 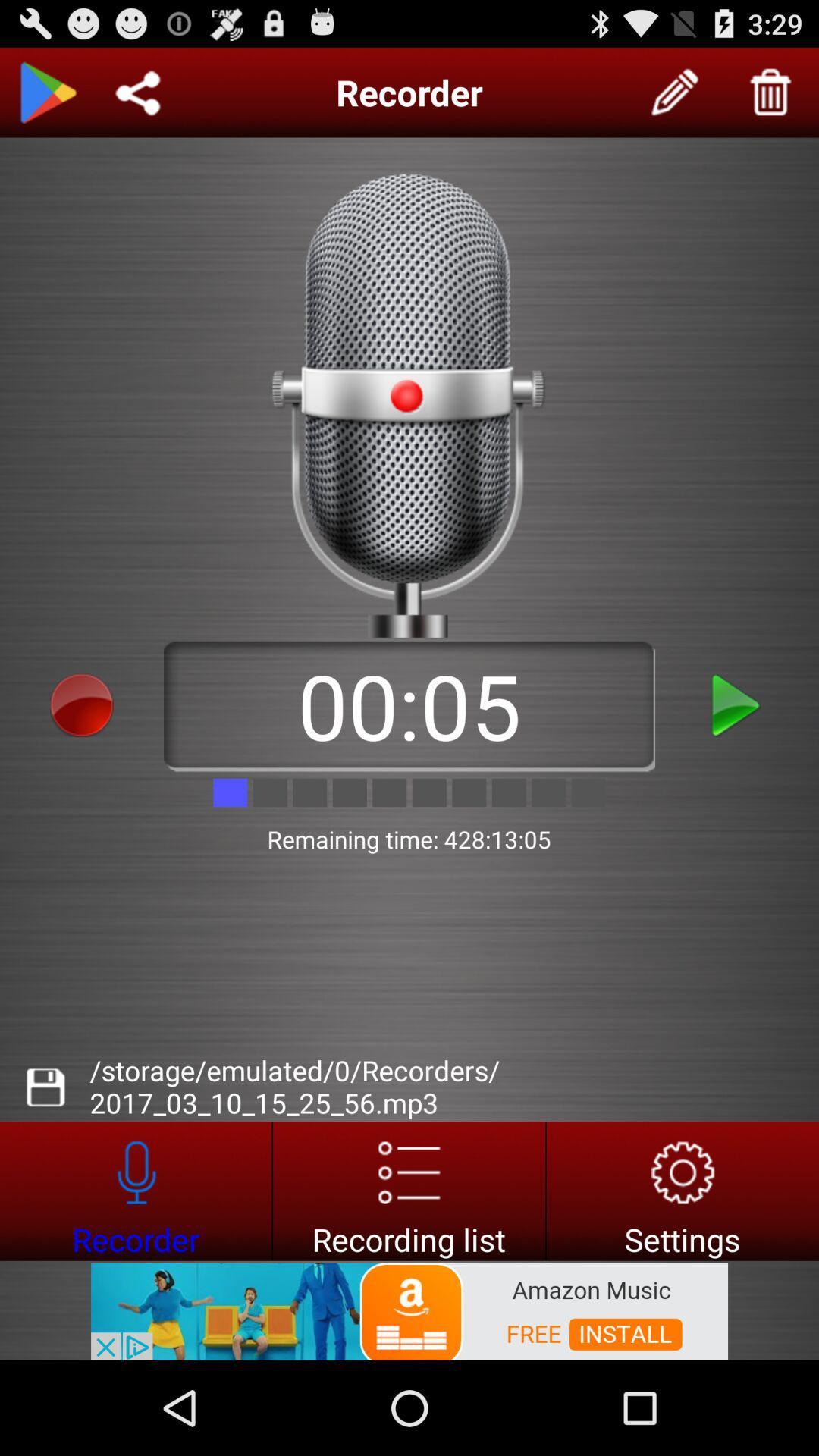 What do you see at coordinates (135, 1190) in the screenshot?
I see `button to go to recorder` at bounding box center [135, 1190].